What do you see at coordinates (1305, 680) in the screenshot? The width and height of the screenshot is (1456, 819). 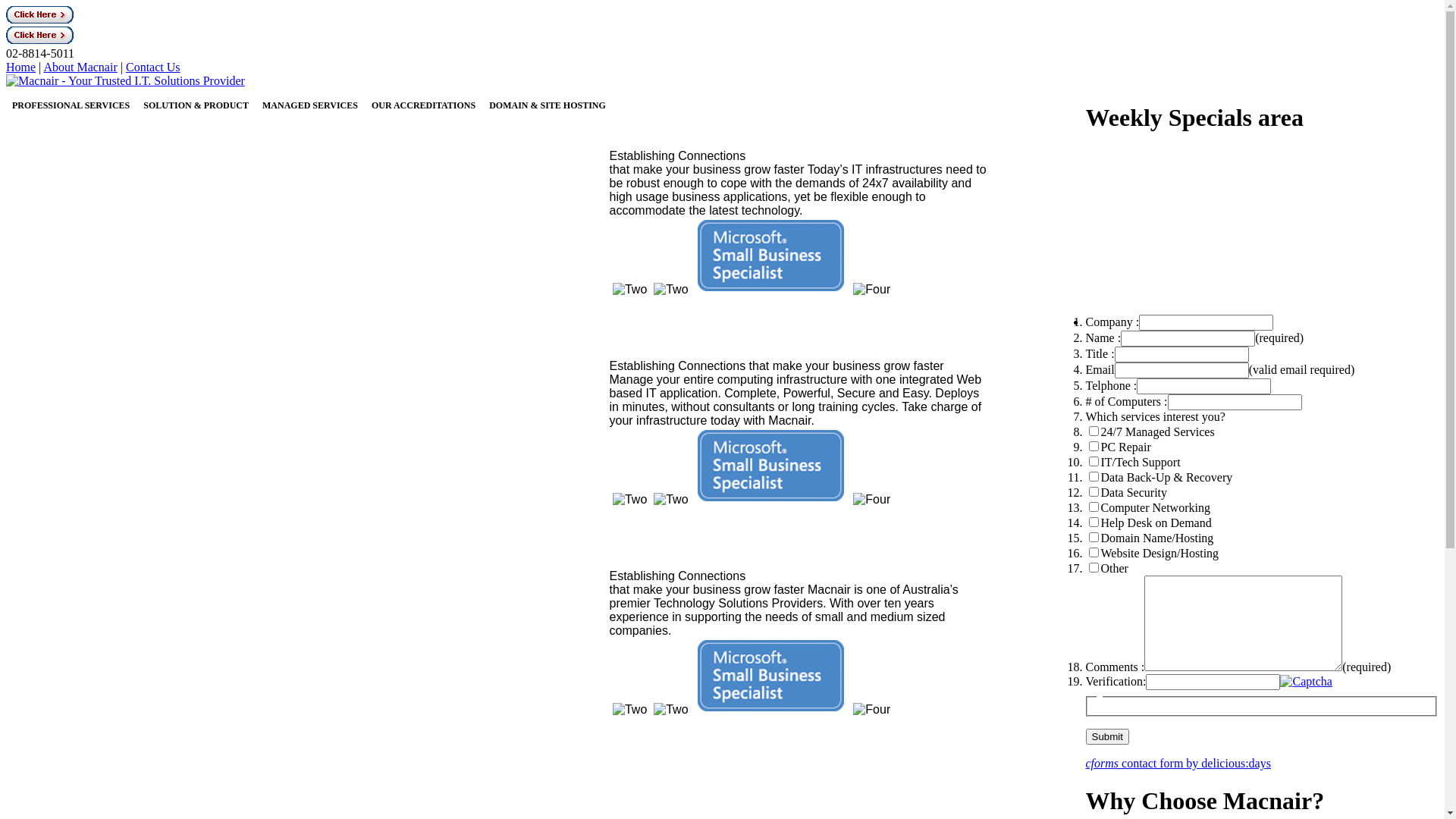 I see `'reset captcha image'` at bounding box center [1305, 680].